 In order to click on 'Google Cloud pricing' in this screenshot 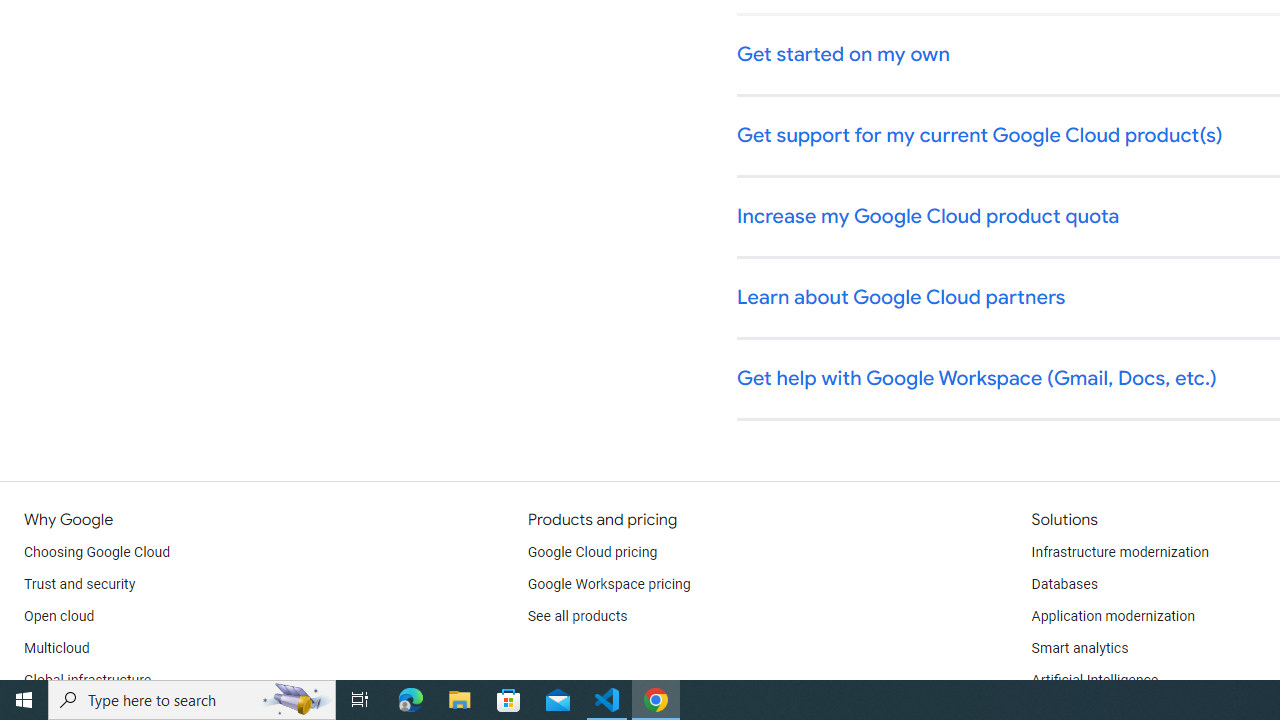, I will do `click(591, 552)`.